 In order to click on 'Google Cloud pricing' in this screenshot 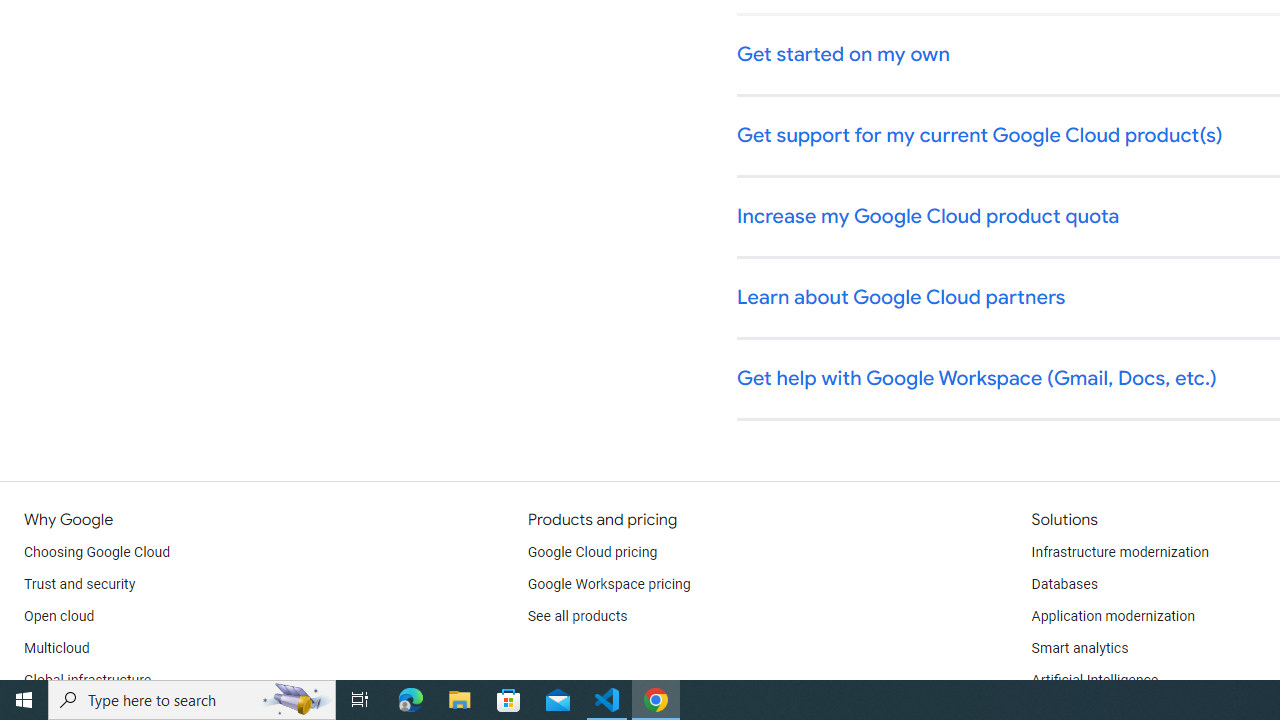, I will do `click(591, 552)`.